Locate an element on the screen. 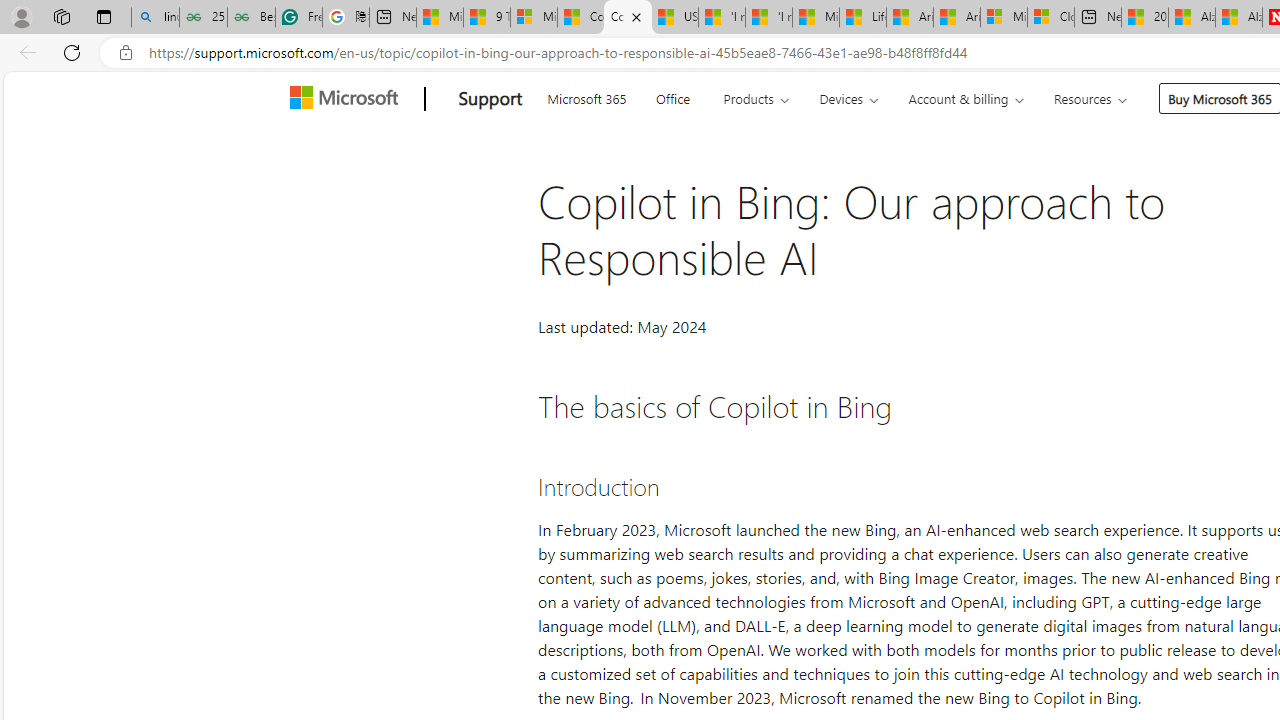 This screenshot has width=1280, height=720. 'USA TODAY - MSN' is located at coordinates (674, 17).